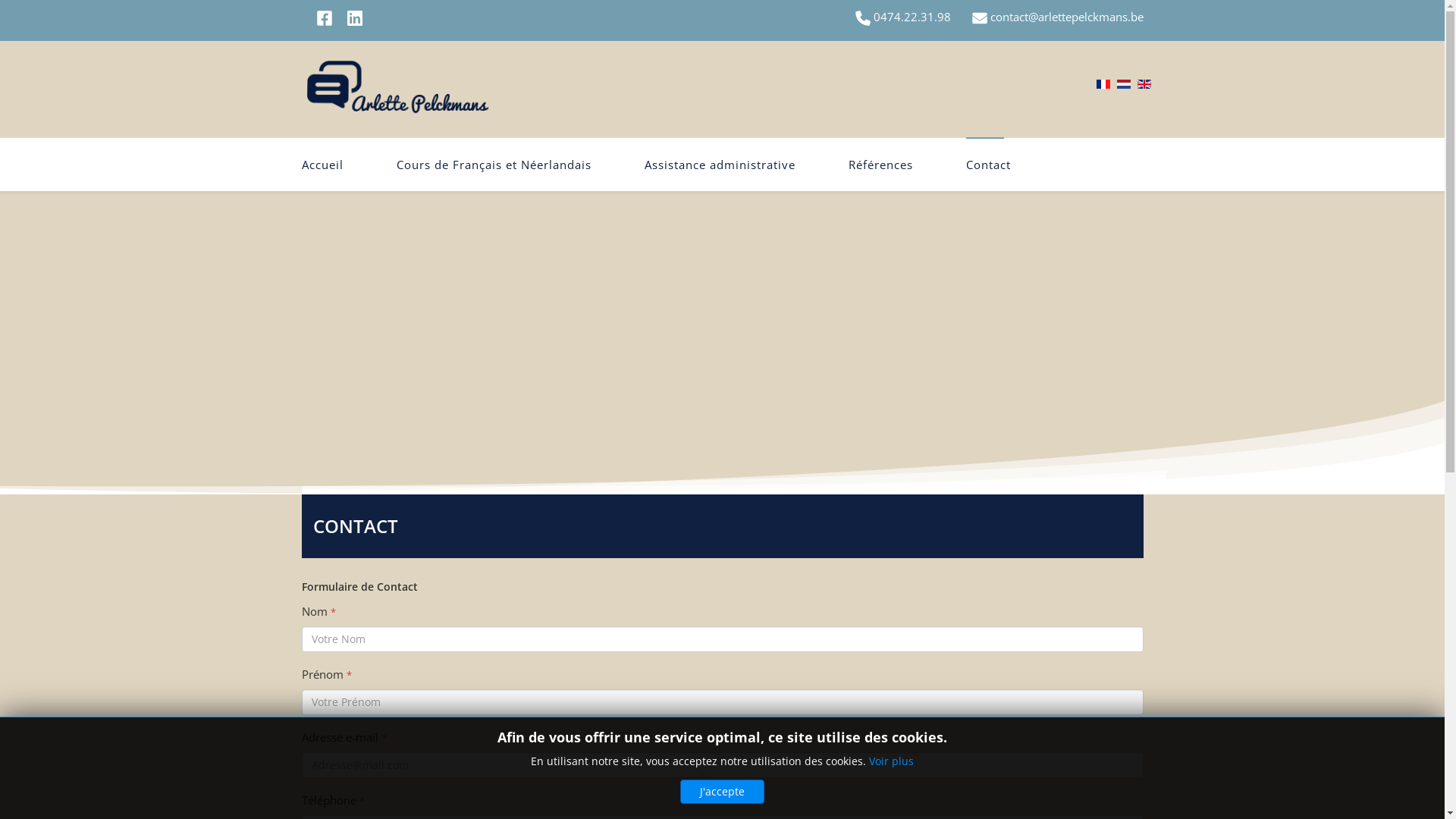 Image resolution: width=1456 pixels, height=819 pixels. What do you see at coordinates (334, 164) in the screenshot?
I see `'Accueil'` at bounding box center [334, 164].